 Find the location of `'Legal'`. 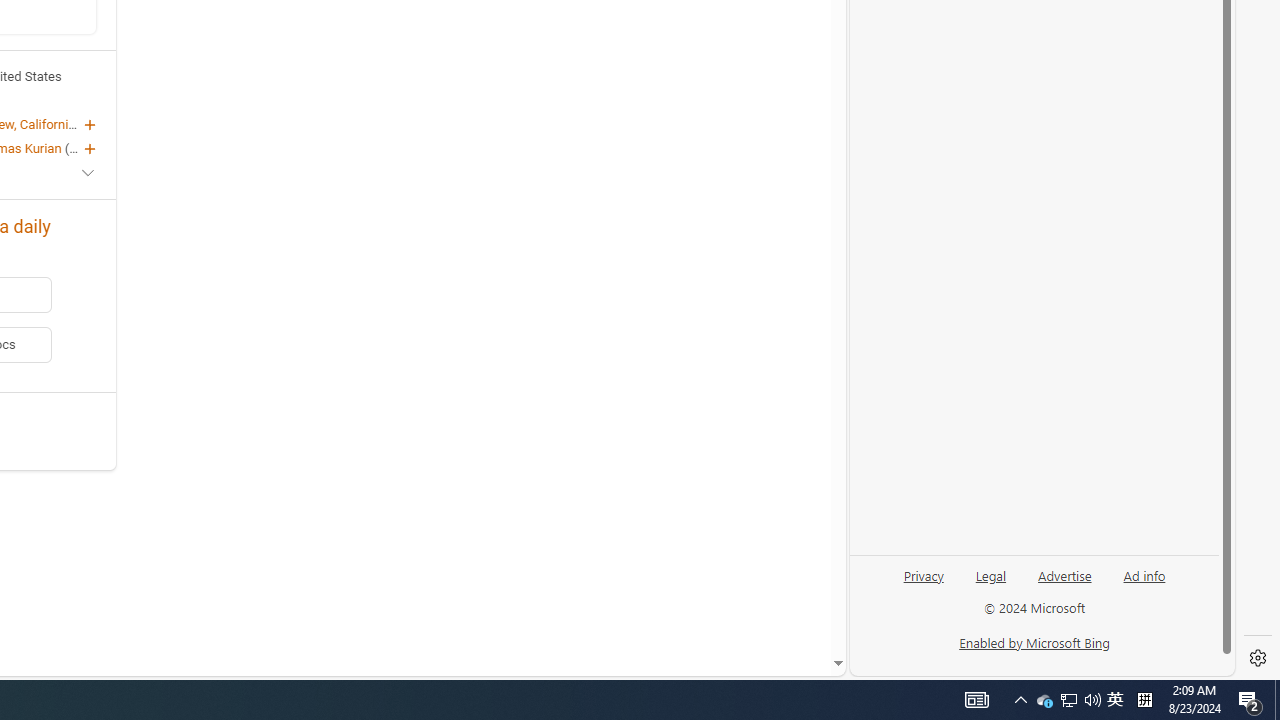

'Legal' is located at coordinates (991, 574).